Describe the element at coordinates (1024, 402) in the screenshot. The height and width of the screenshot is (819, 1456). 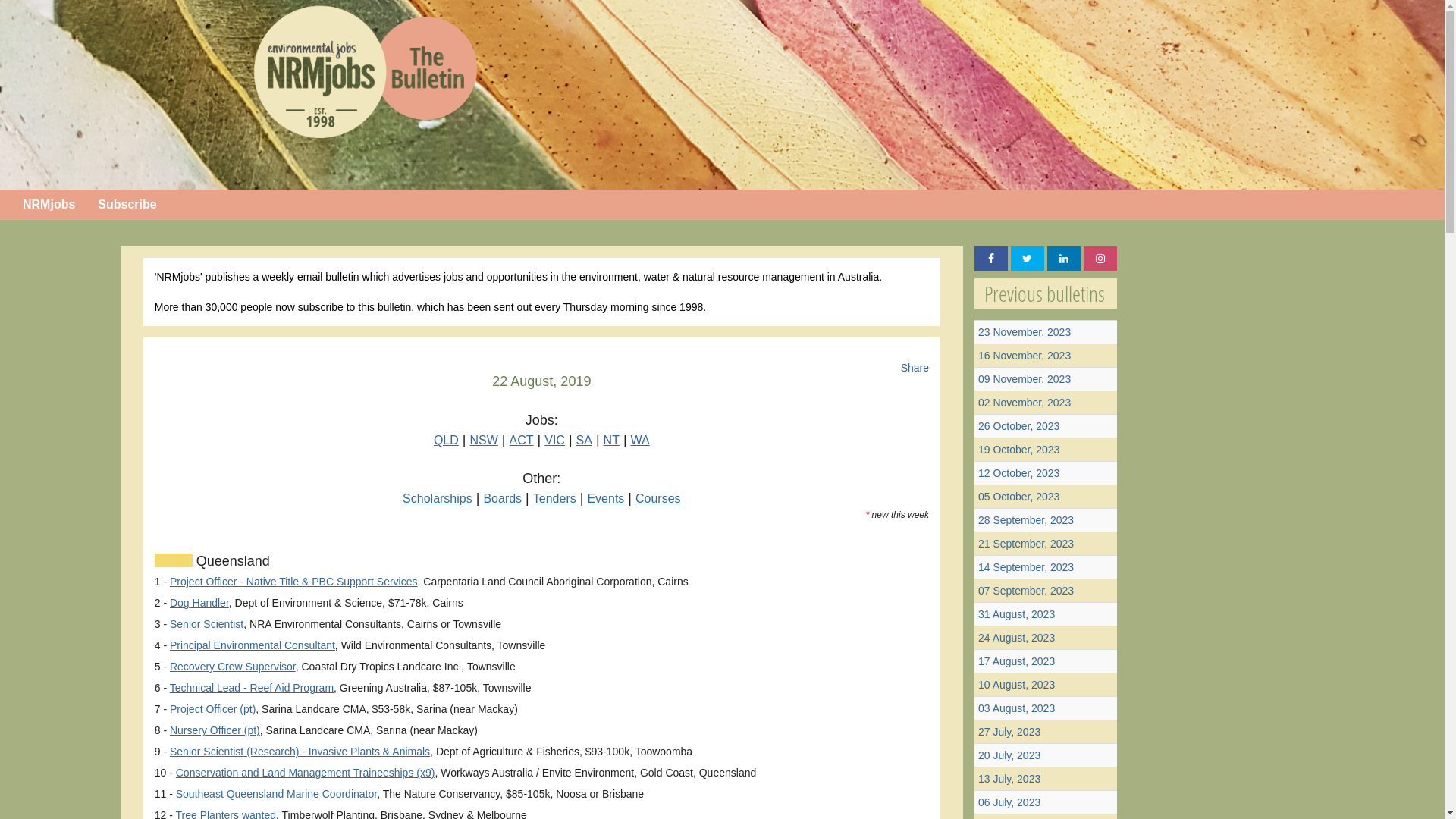
I see `'02 November, 2023'` at that location.